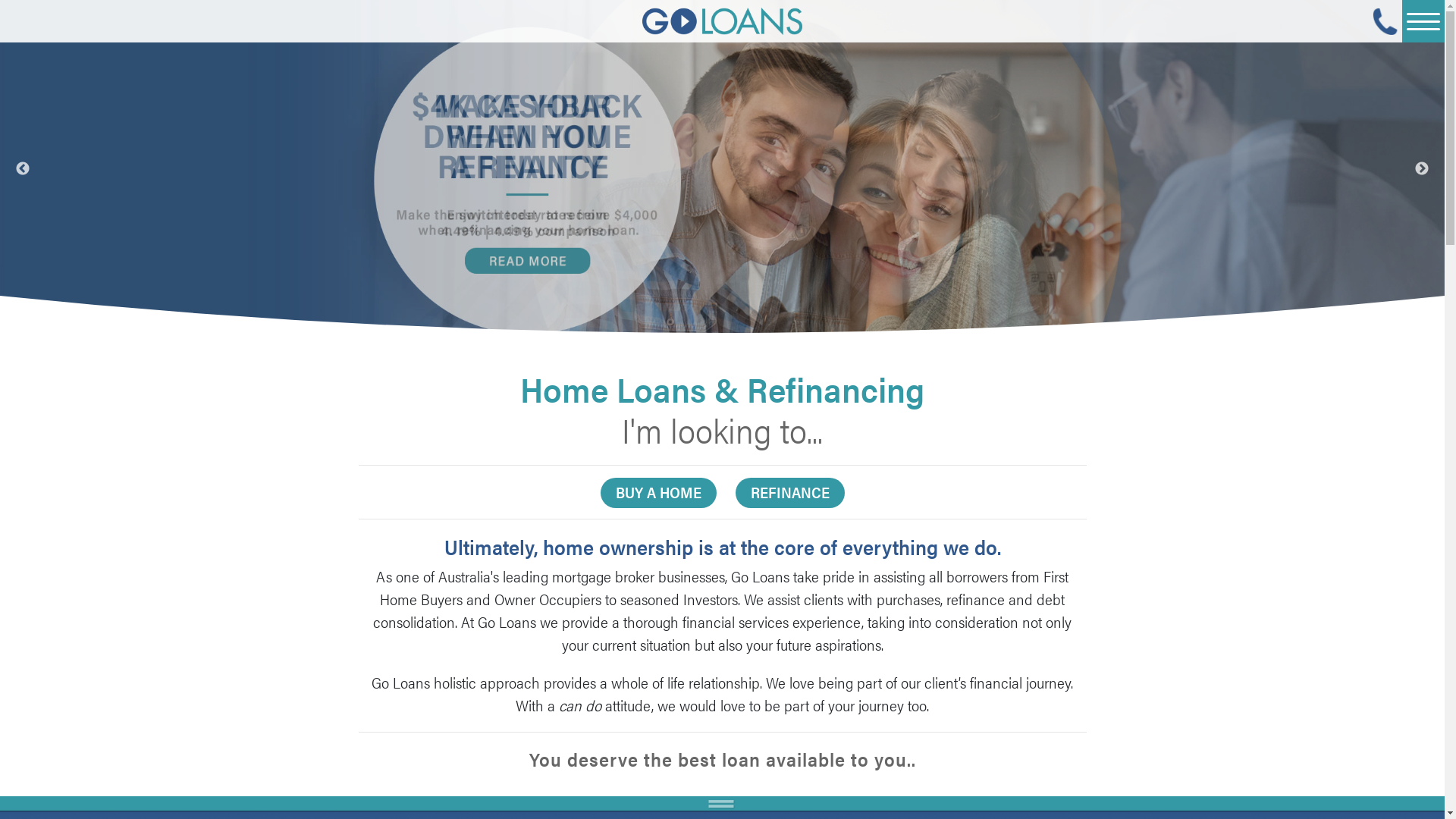 Image resolution: width=1456 pixels, height=819 pixels. What do you see at coordinates (658, 493) in the screenshot?
I see `'BUY A HOME'` at bounding box center [658, 493].